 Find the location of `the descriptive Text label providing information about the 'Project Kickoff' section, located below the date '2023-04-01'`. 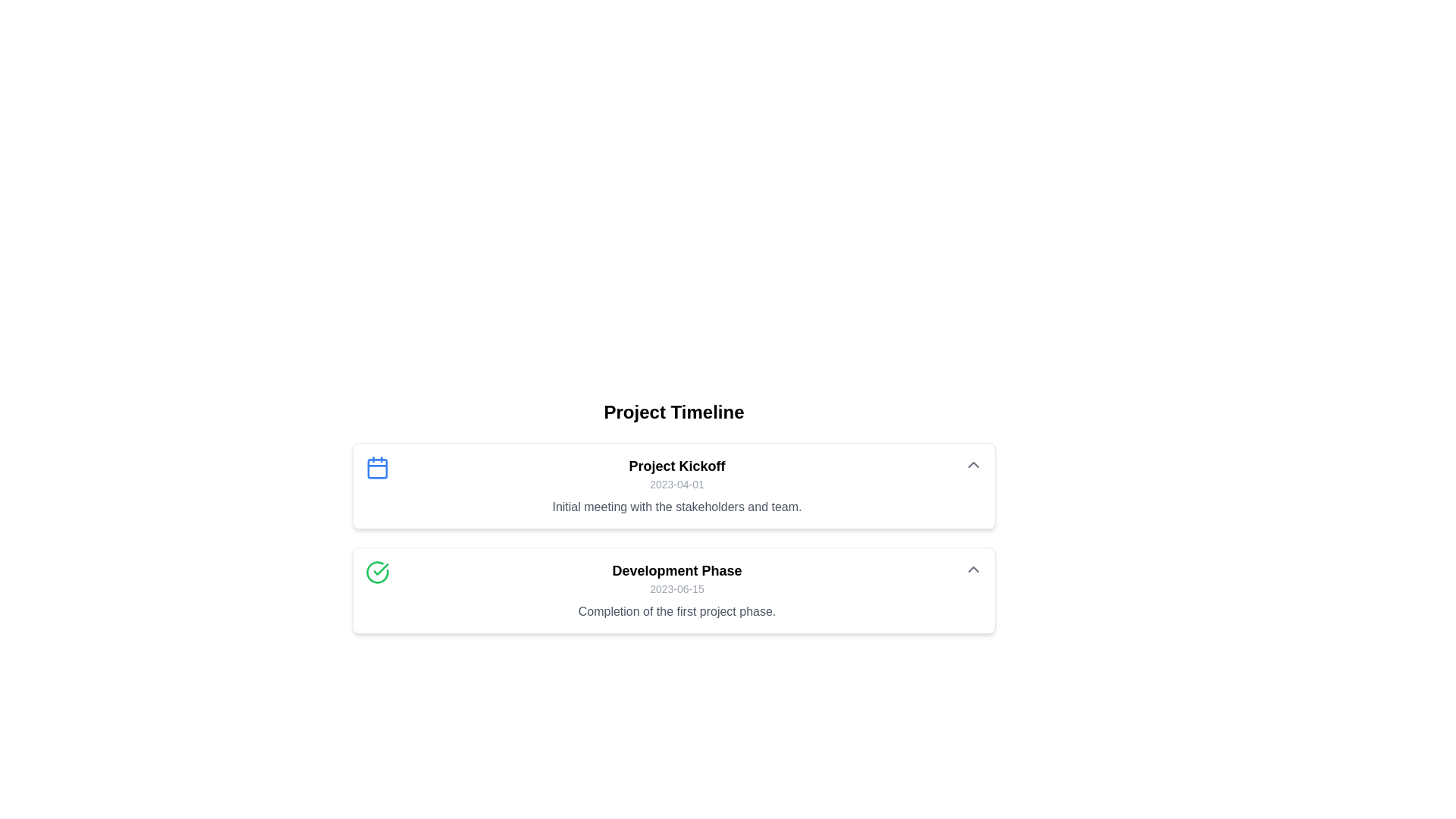

the descriptive Text label providing information about the 'Project Kickoff' section, located below the date '2023-04-01' is located at coordinates (676, 507).